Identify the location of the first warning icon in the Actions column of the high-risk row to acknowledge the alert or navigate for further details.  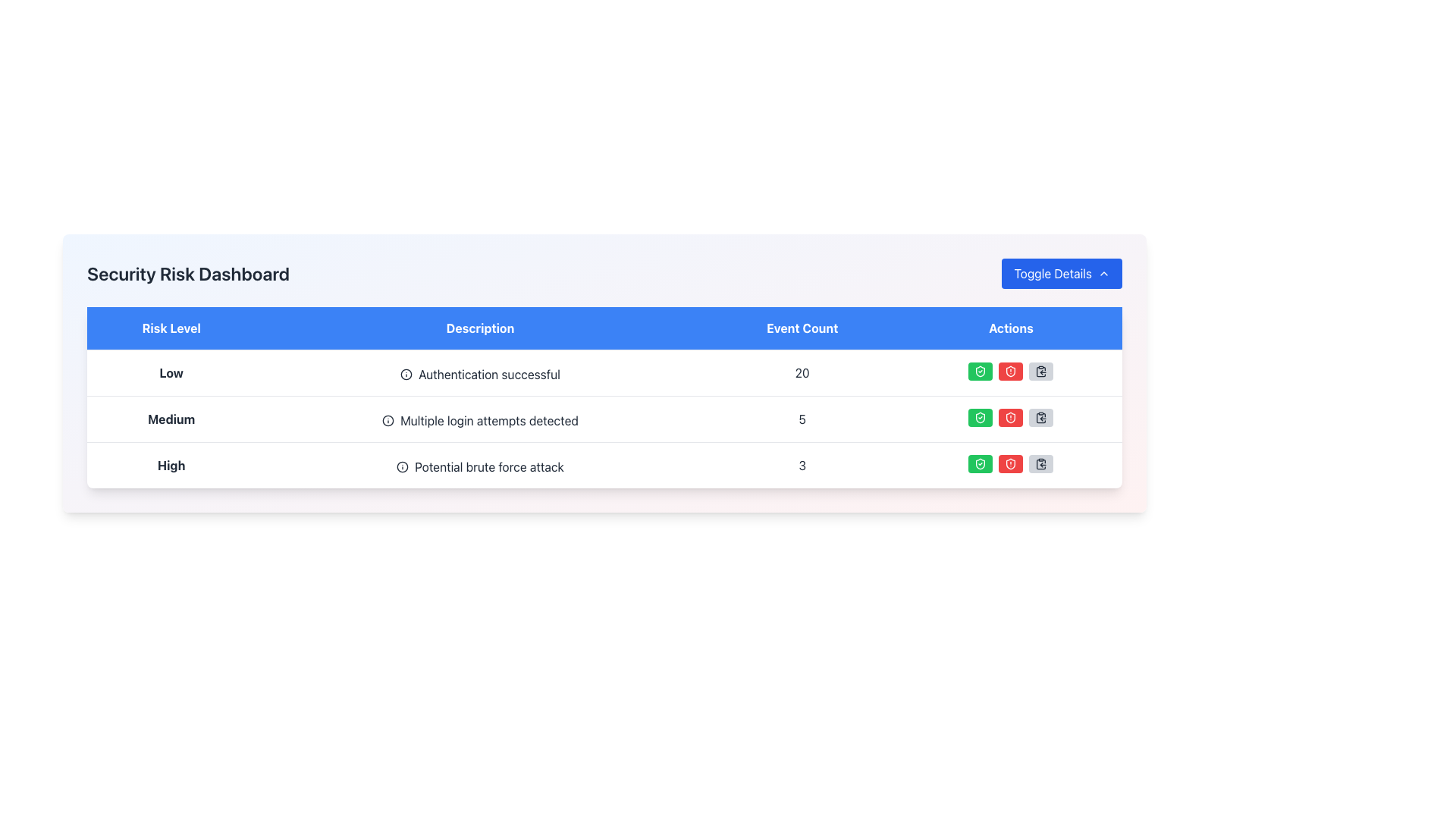
(1011, 418).